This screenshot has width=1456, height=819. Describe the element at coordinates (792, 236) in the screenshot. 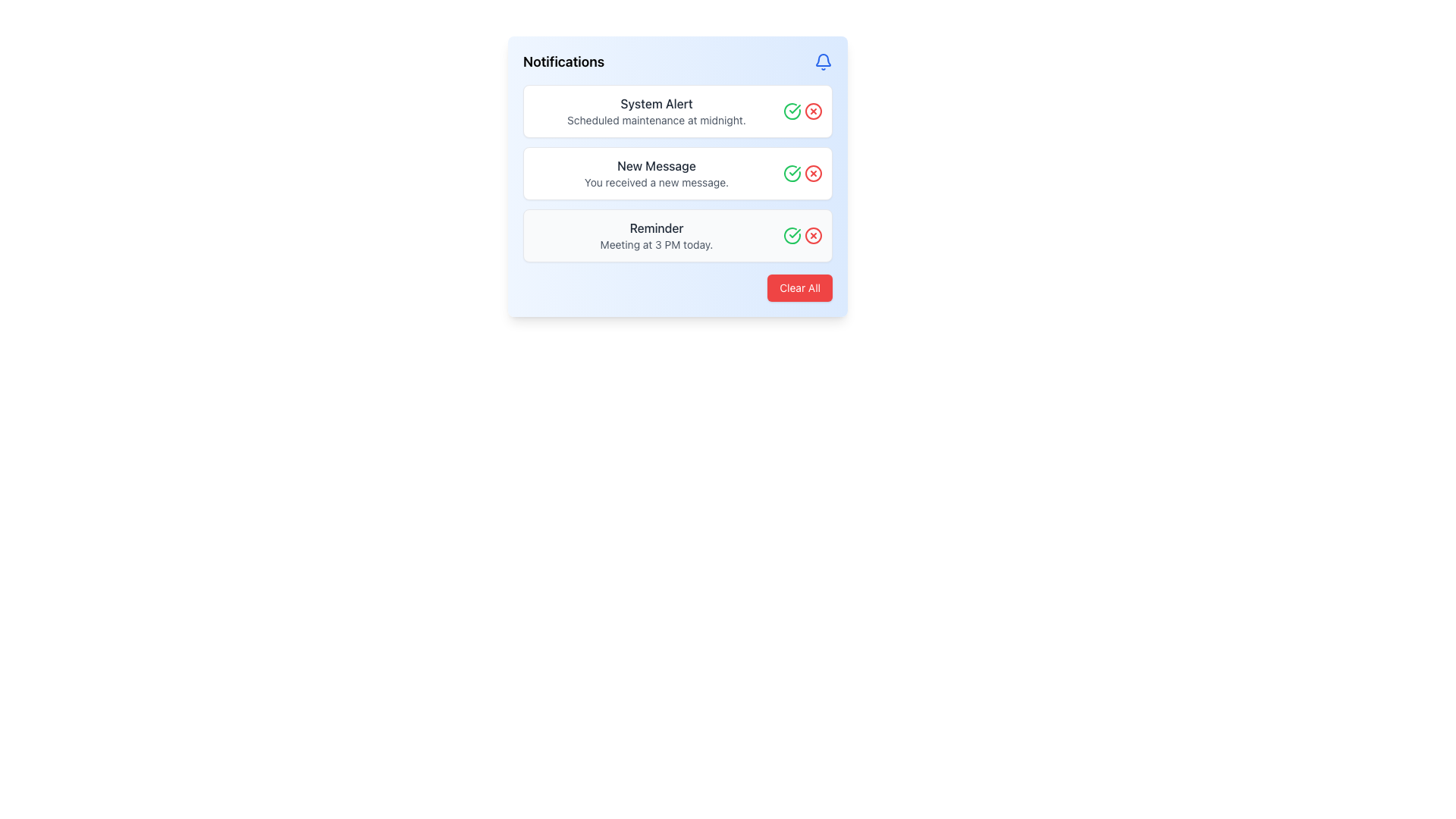

I see `the outer circular boundary of the checkmark icon located to the right of the 'Reminder' section in the notifications panel` at that location.